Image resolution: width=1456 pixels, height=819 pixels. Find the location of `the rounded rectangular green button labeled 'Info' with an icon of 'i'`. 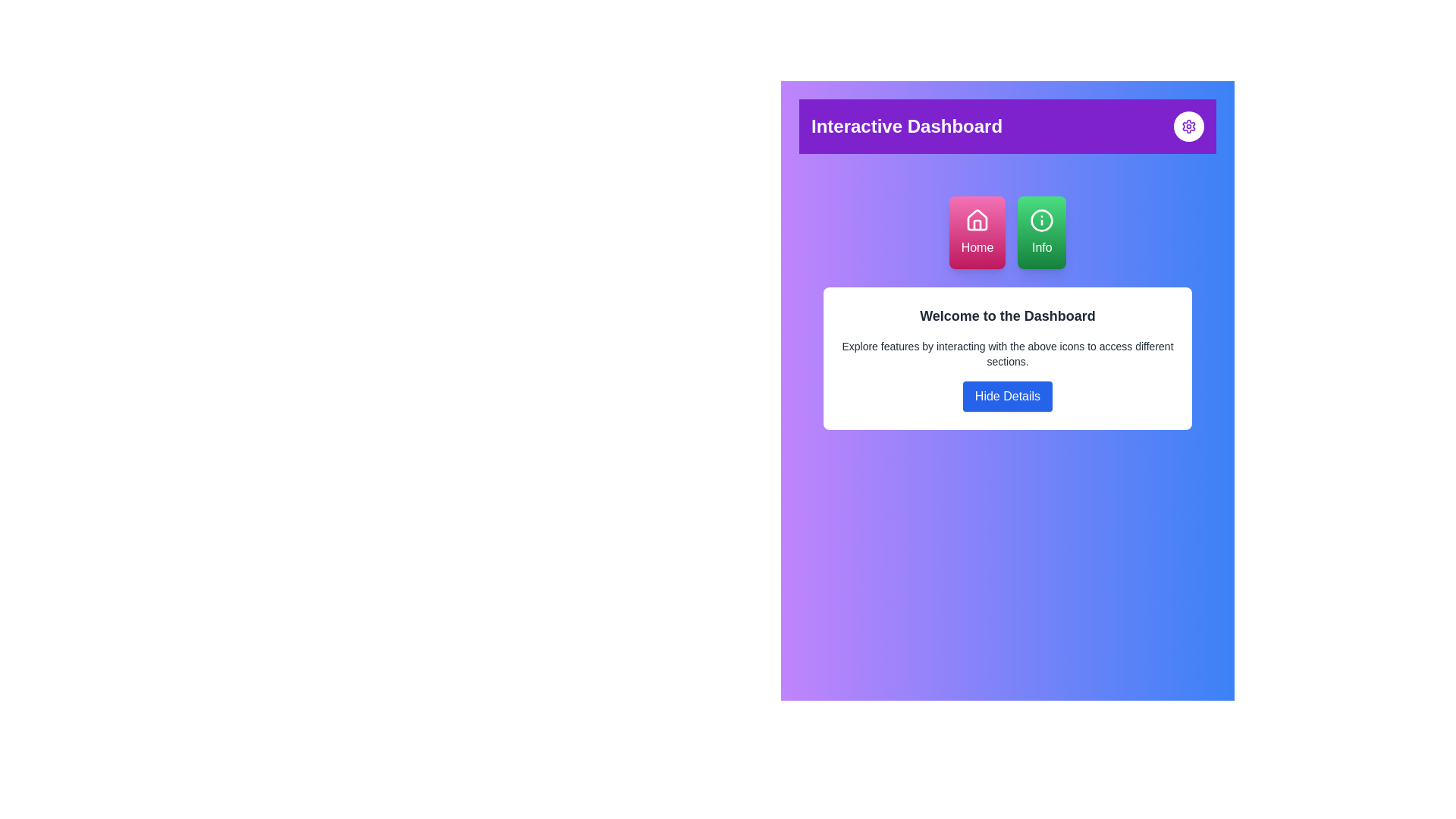

the rounded rectangular green button labeled 'Info' with an icon of 'i' is located at coordinates (1040, 233).